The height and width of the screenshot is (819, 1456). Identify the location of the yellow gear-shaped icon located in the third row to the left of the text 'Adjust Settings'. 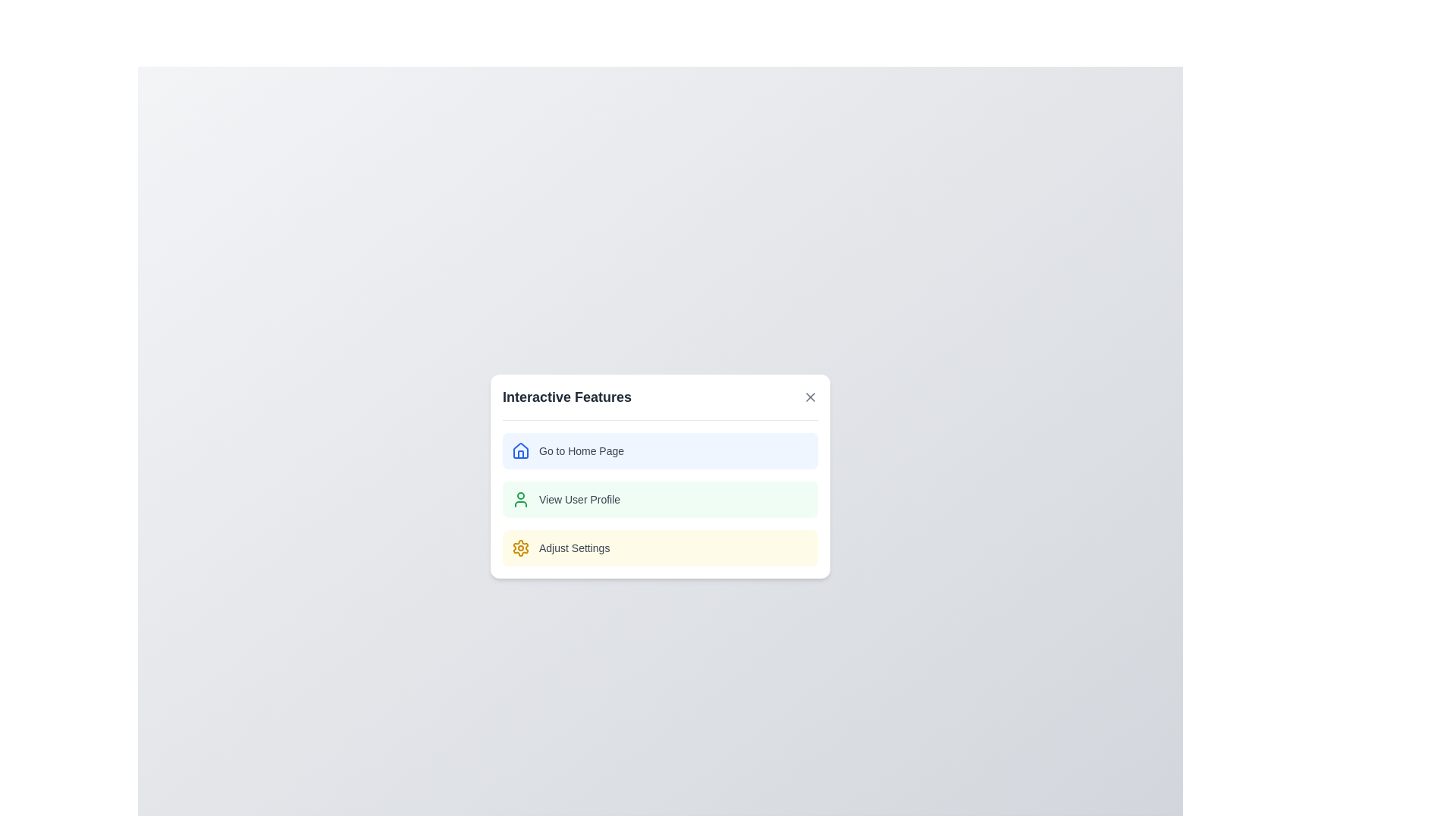
(520, 547).